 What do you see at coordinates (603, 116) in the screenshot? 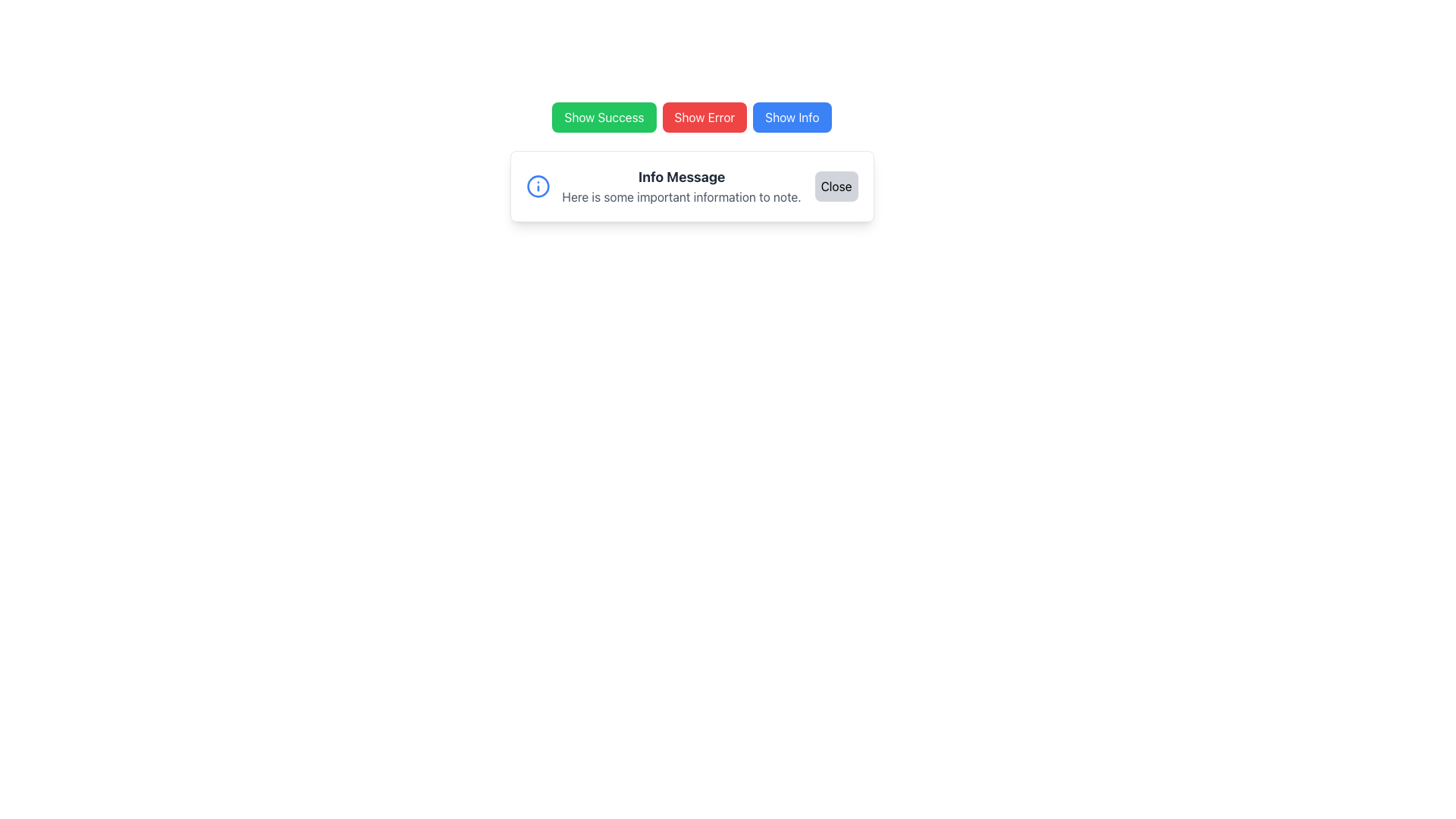
I see `the first button in the horizontal arrangement` at bounding box center [603, 116].